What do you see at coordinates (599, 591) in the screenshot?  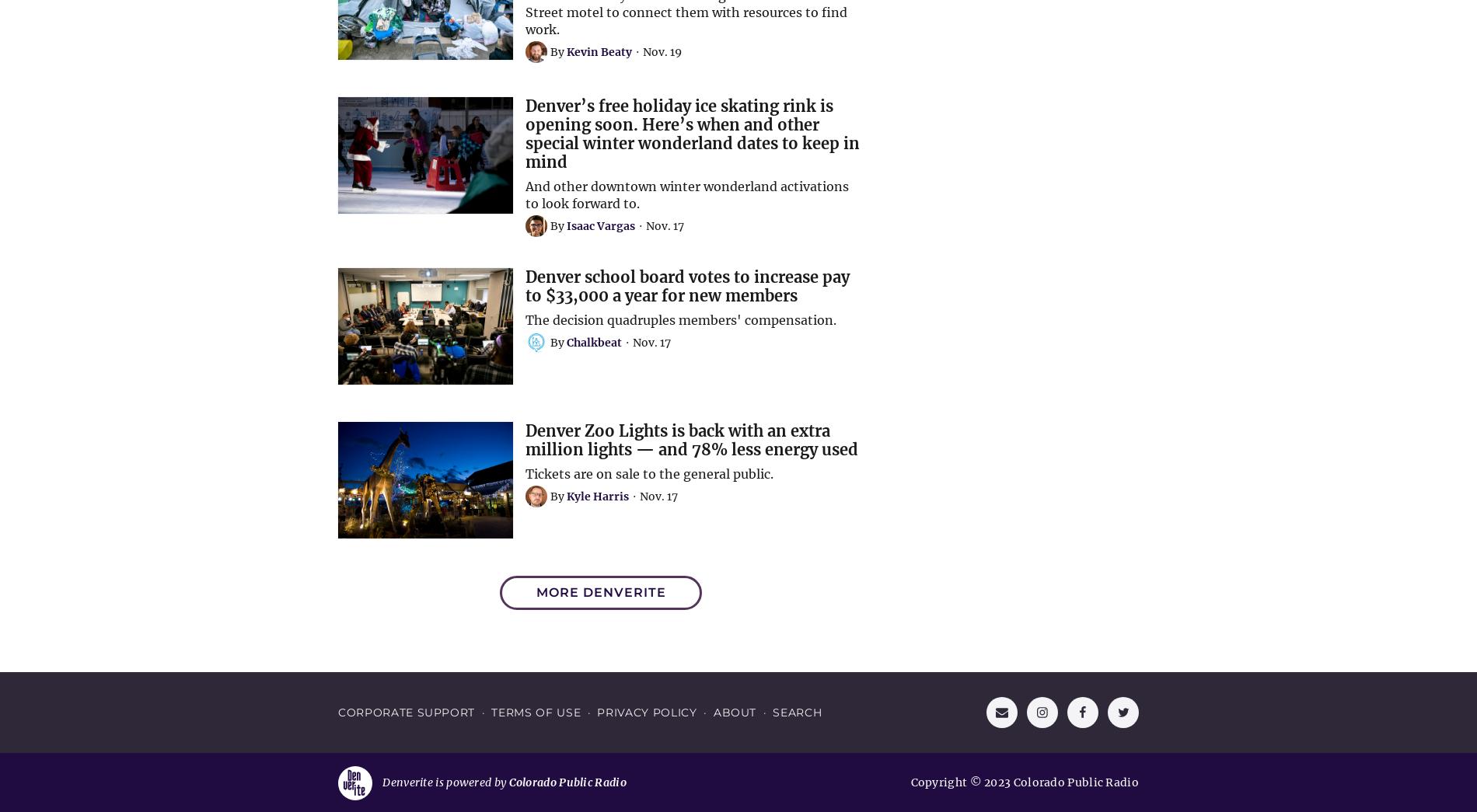 I see `'More Denverite'` at bounding box center [599, 591].